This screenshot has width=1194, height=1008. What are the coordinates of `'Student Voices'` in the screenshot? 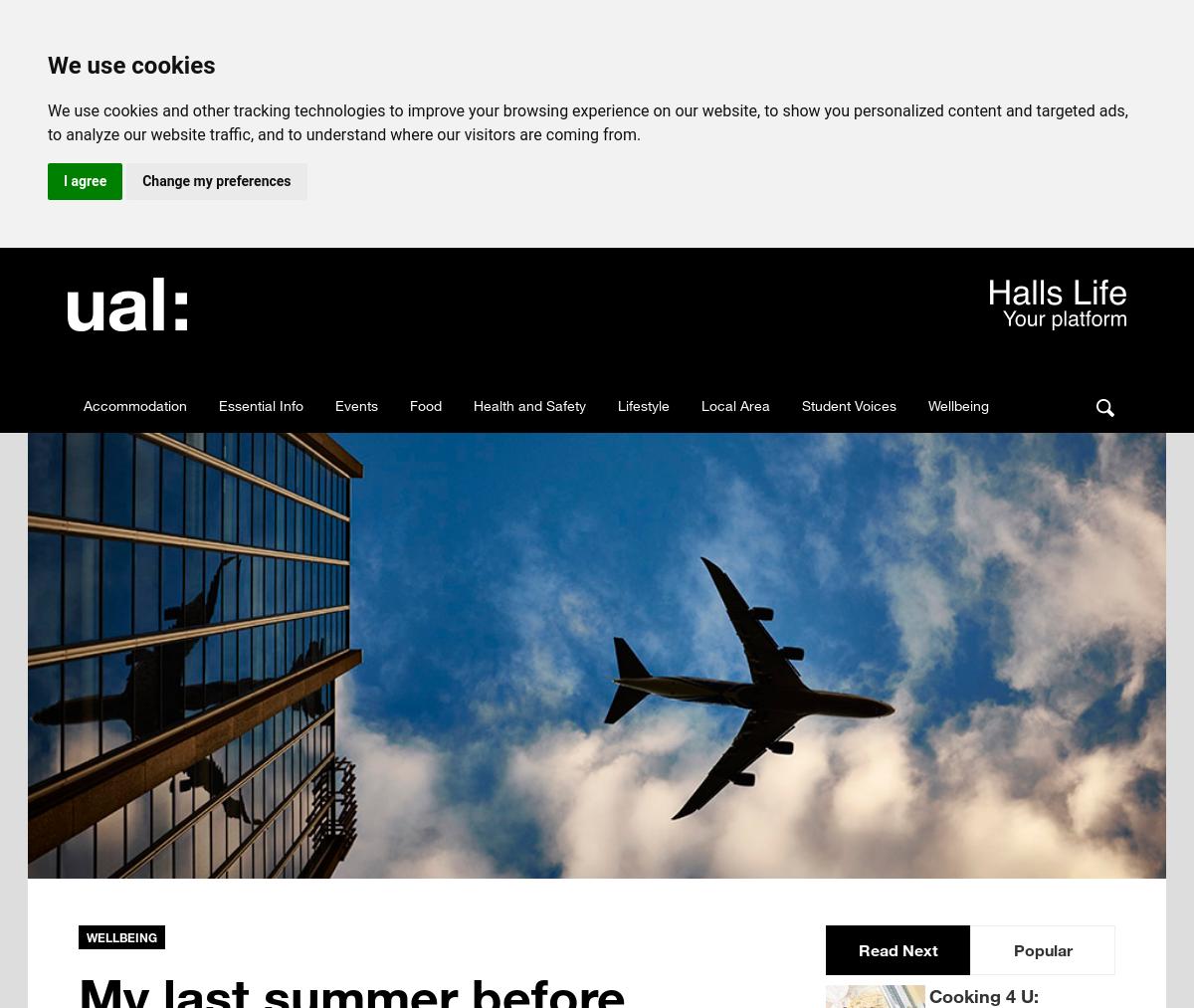 It's located at (848, 404).